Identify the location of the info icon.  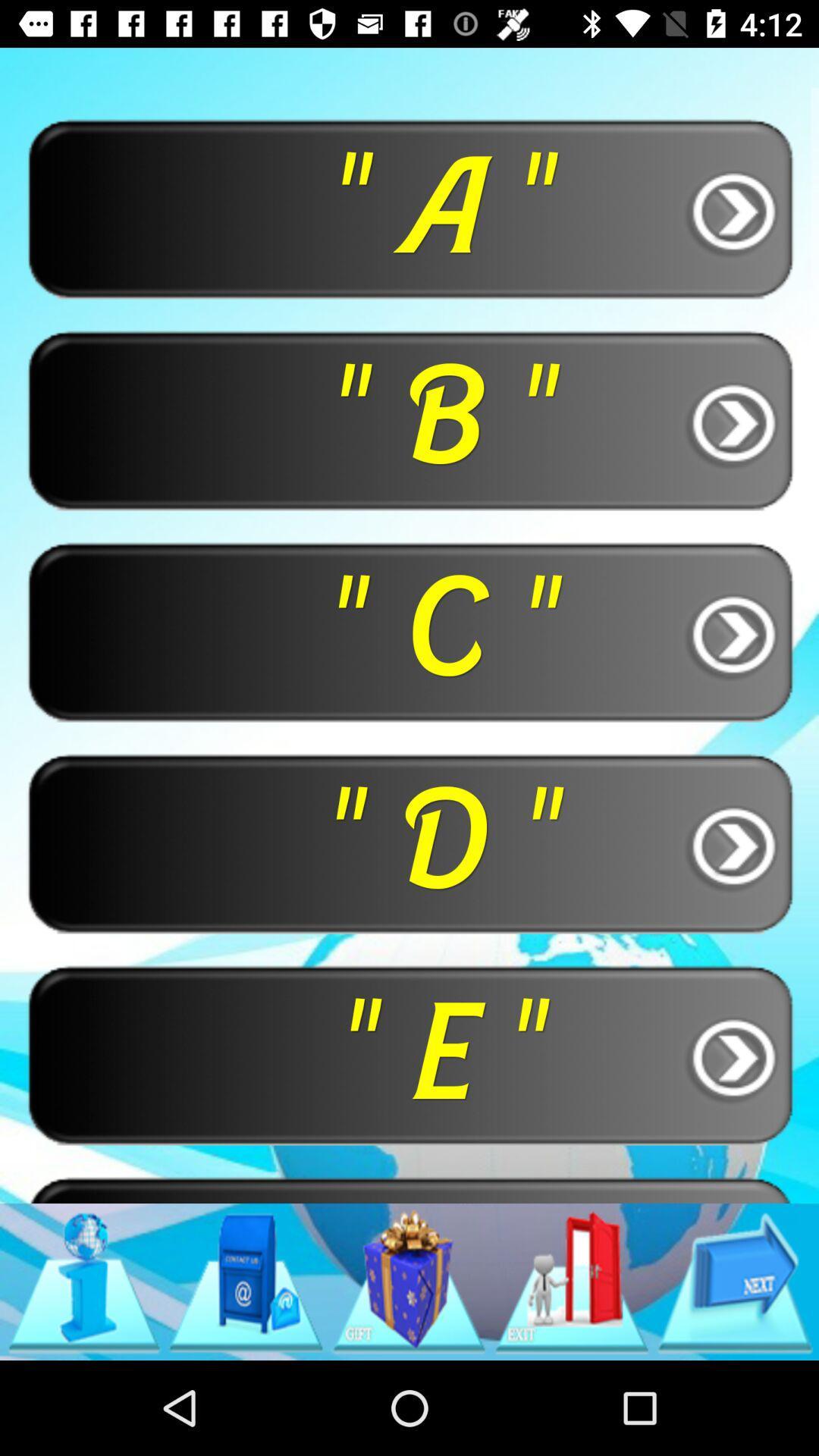
(83, 1281).